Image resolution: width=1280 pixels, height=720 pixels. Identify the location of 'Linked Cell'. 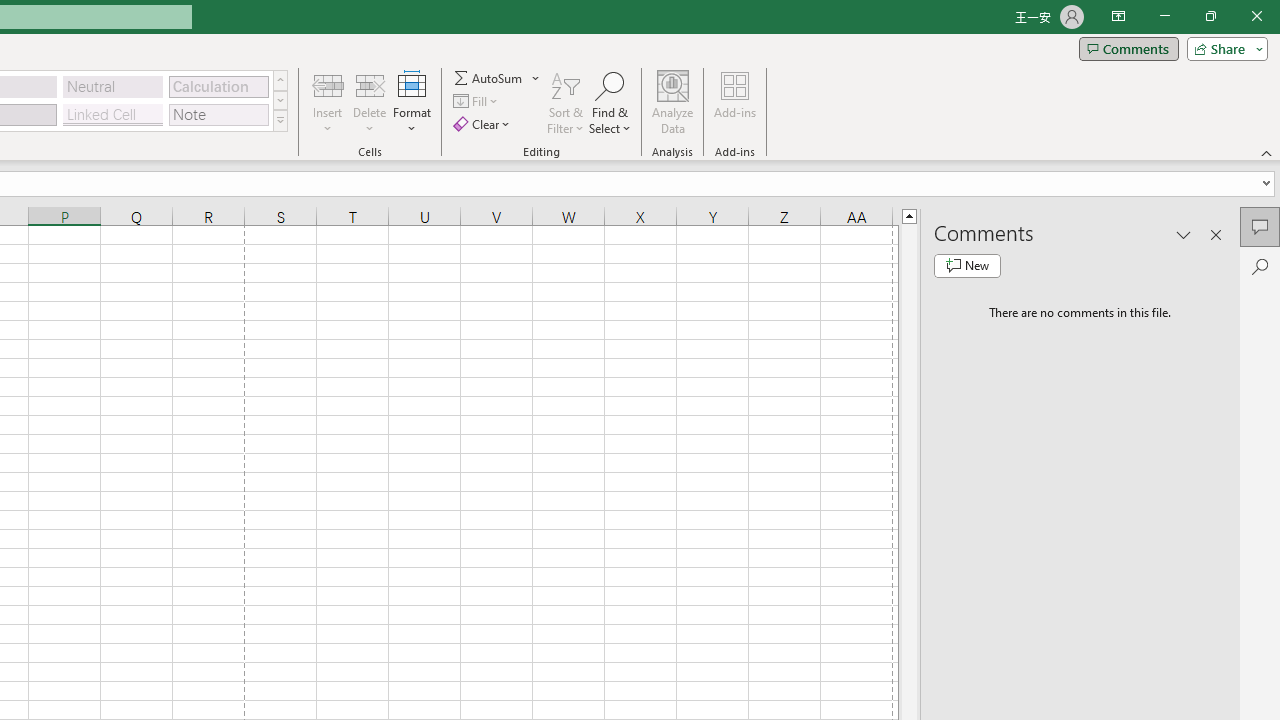
(112, 114).